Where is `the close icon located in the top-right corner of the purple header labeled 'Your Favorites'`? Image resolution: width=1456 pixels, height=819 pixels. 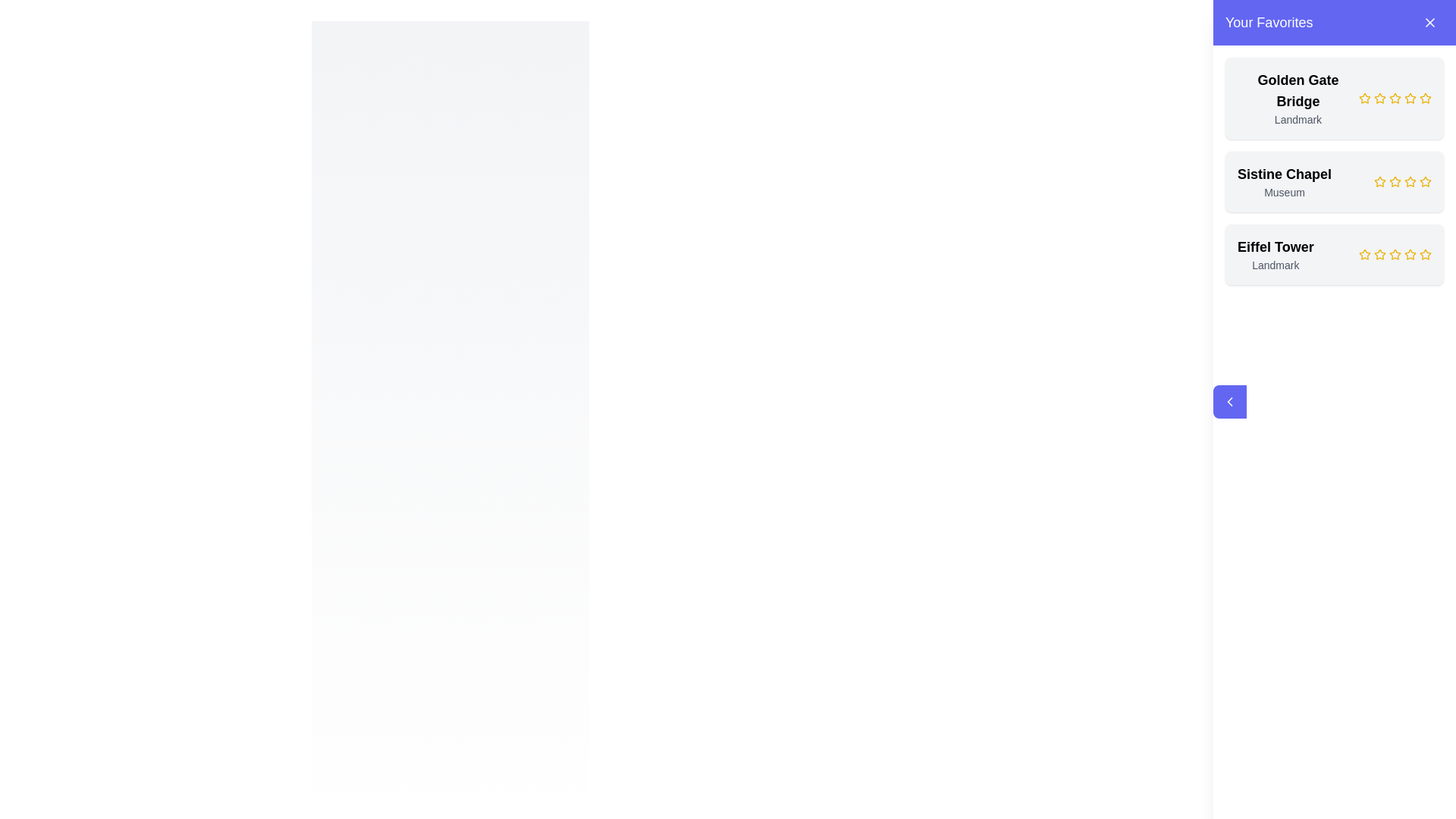
the close icon located in the top-right corner of the purple header labeled 'Your Favorites' is located at coordinates (1429, 23).